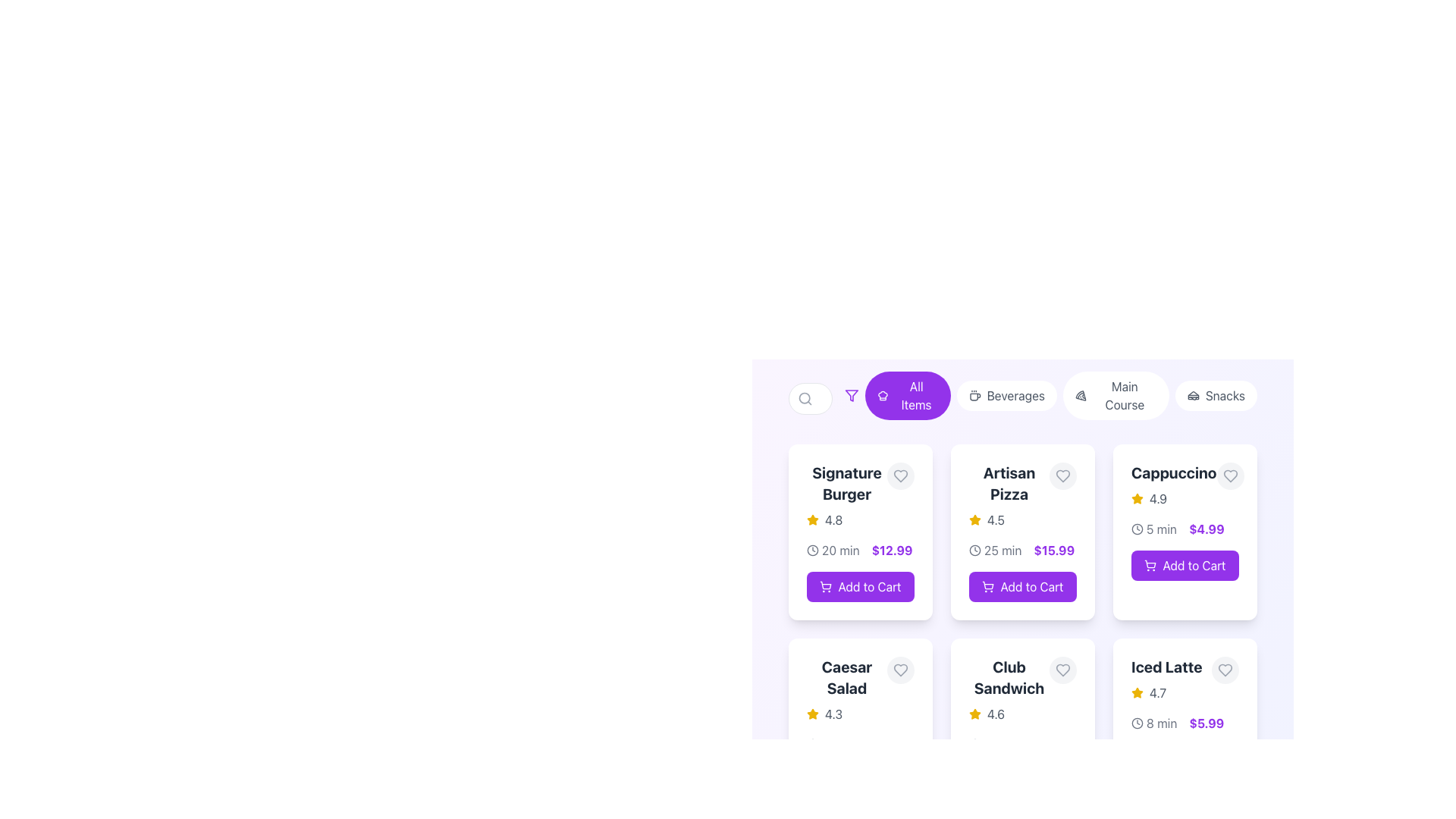 The image size is (1456, 819). What do you see at coordinates (1137, 692) in the screenshot?
I see `the yellow star icon with a filled center located within the 'Cappuccino' card, positioned to the left of the rating value '4.9'` at bounding box center [1137, 692].